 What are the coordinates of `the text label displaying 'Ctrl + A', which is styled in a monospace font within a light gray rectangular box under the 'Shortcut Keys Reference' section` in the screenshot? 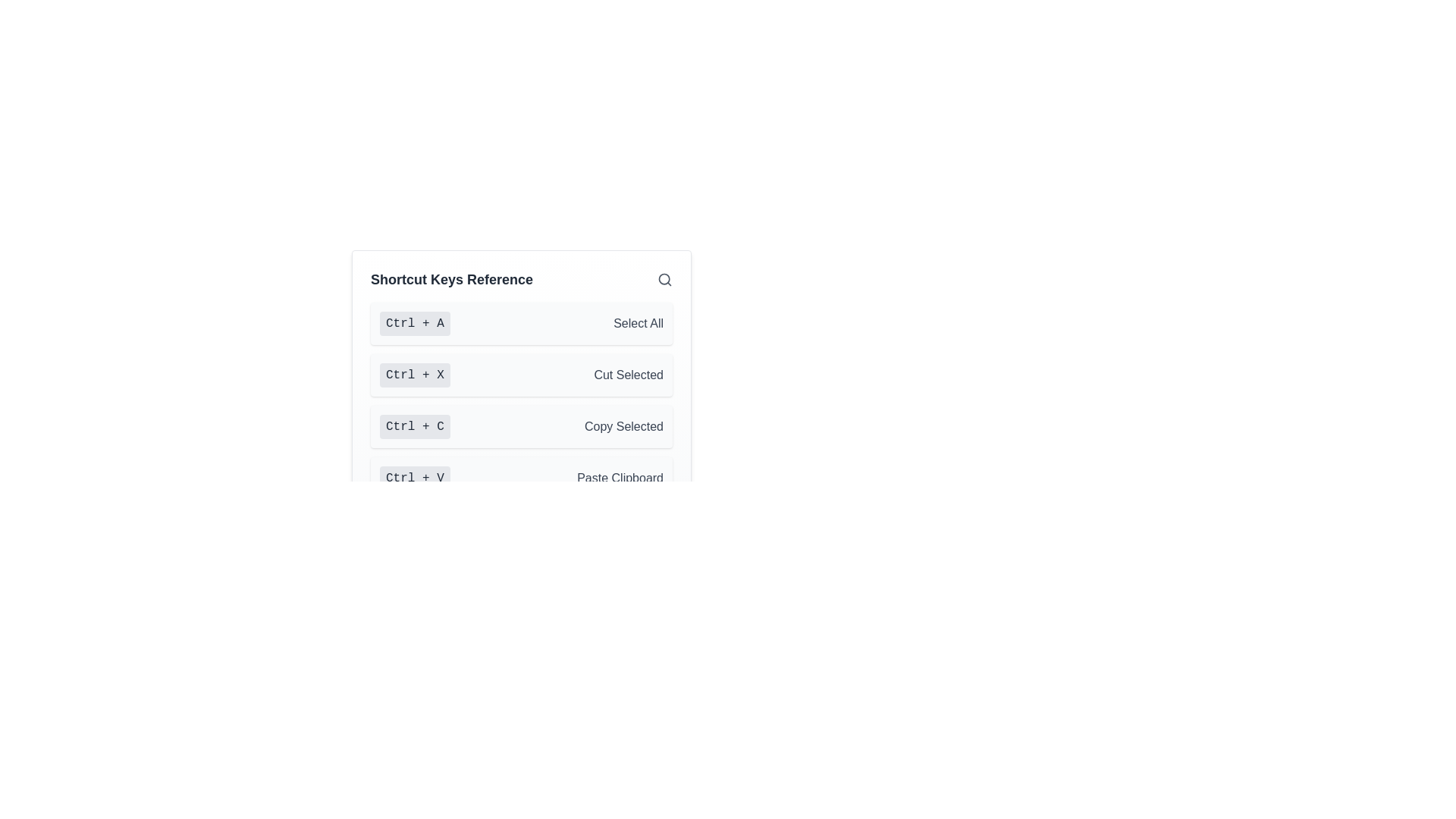 It's located at (415, 323).